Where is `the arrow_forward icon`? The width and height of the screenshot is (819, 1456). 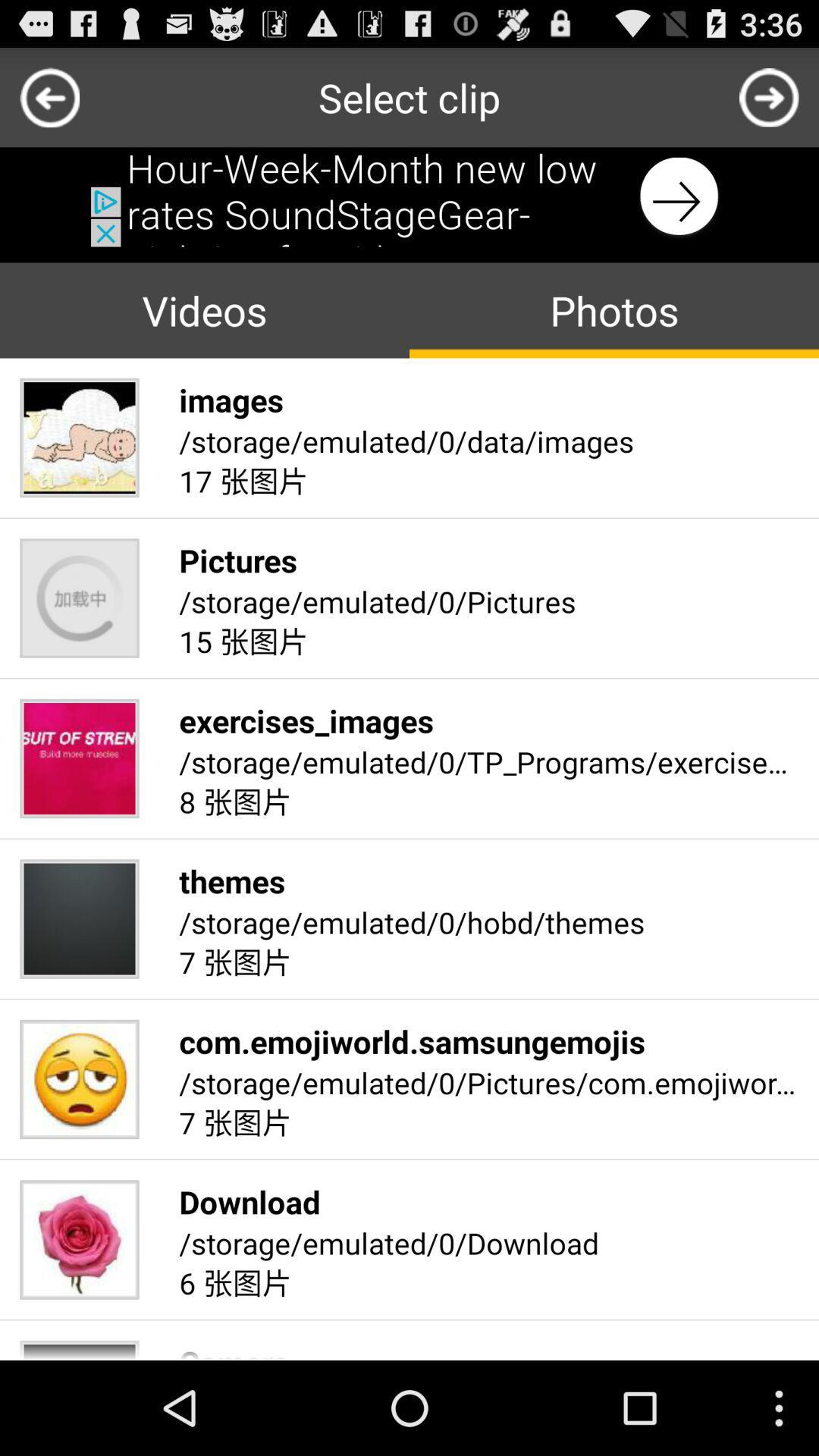
the arrow_forward icon is located at coordinates (769, 103).